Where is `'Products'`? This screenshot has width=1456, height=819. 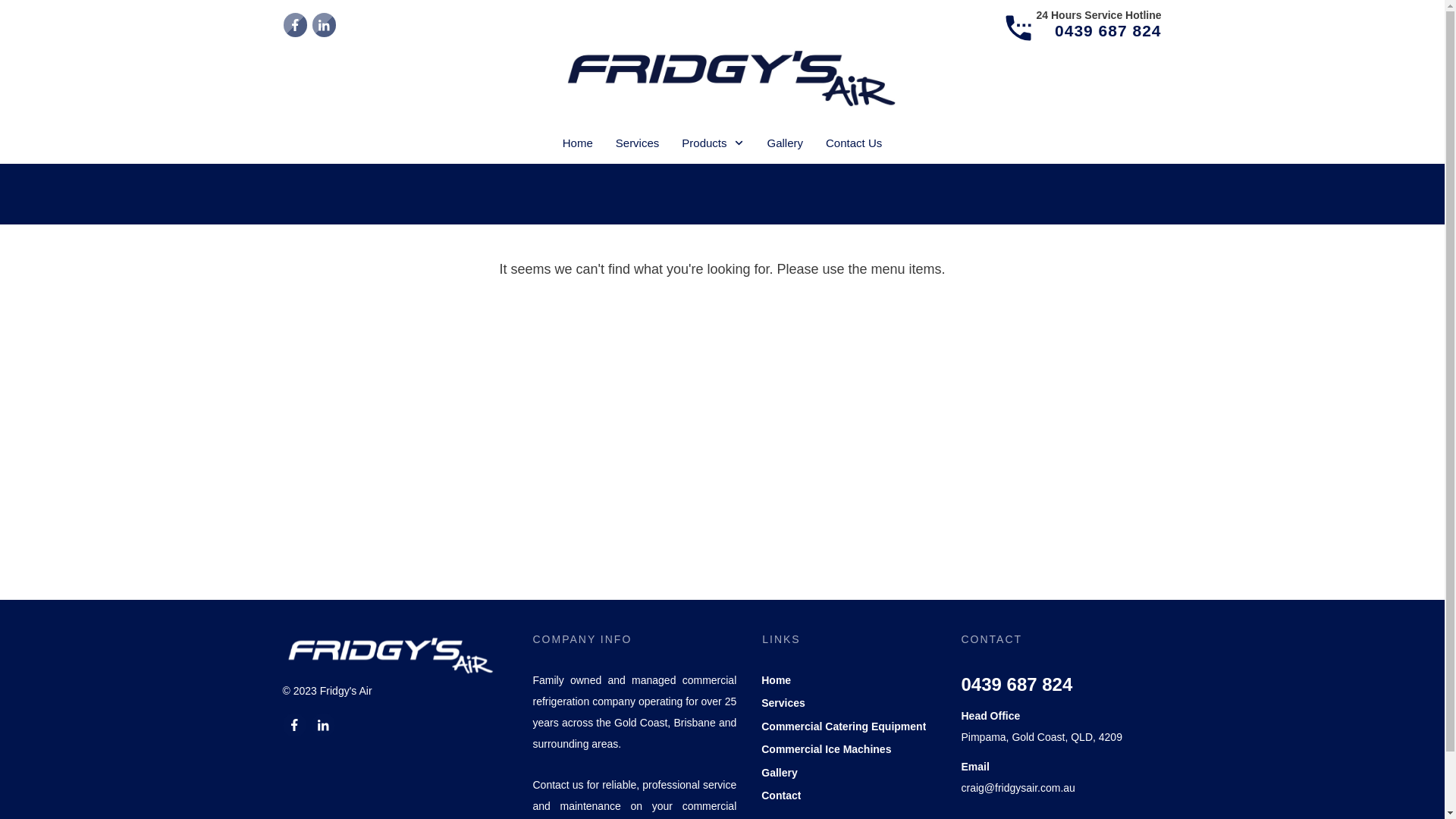 'Products' is located at coordinates (712, 143).